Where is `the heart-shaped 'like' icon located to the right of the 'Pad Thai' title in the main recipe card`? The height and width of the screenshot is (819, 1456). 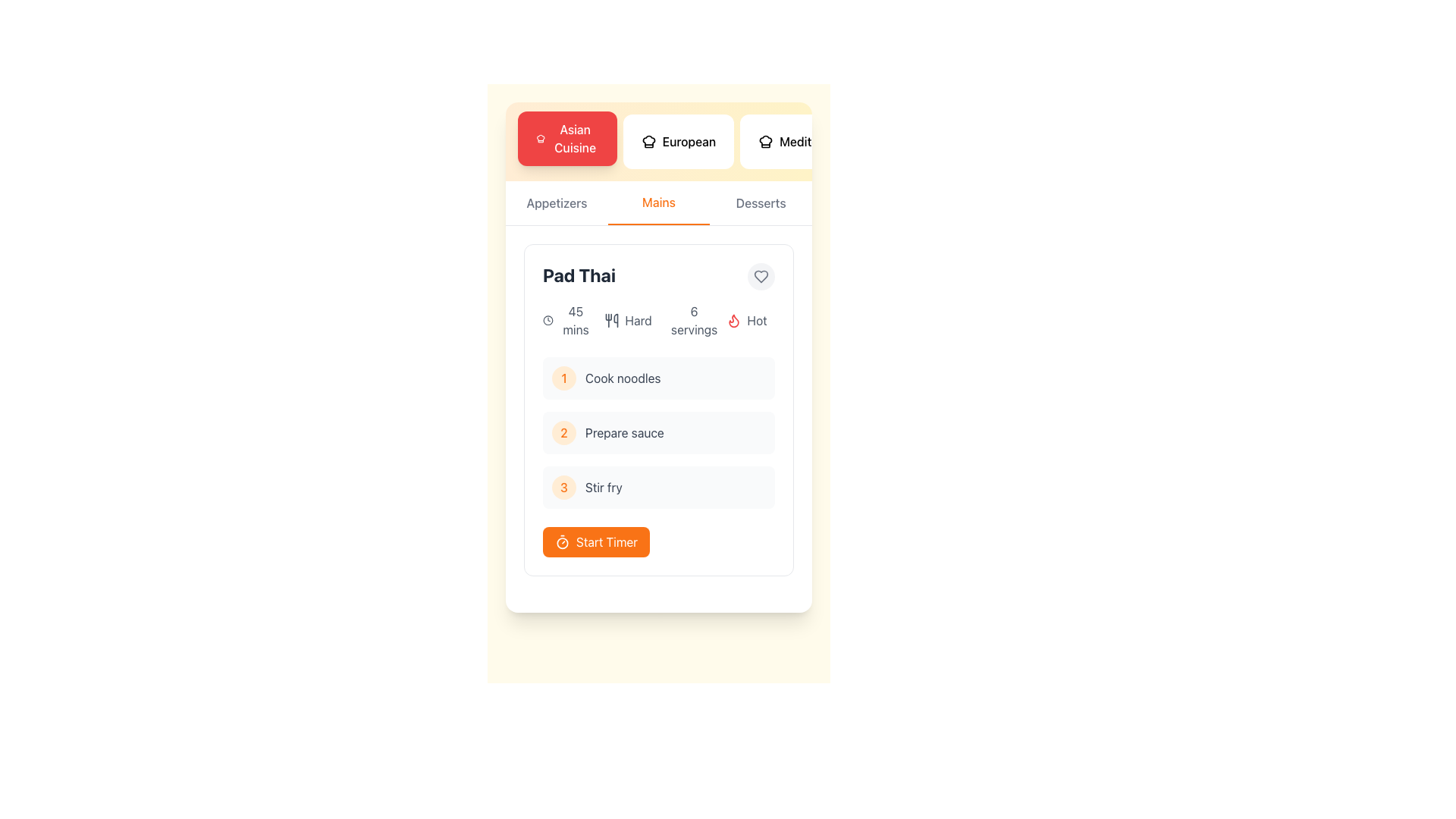
the heart-shaped 'like' icon located to the right of the 'Pad Thai' title in the main recipe card is located at coordinates (761, 277).